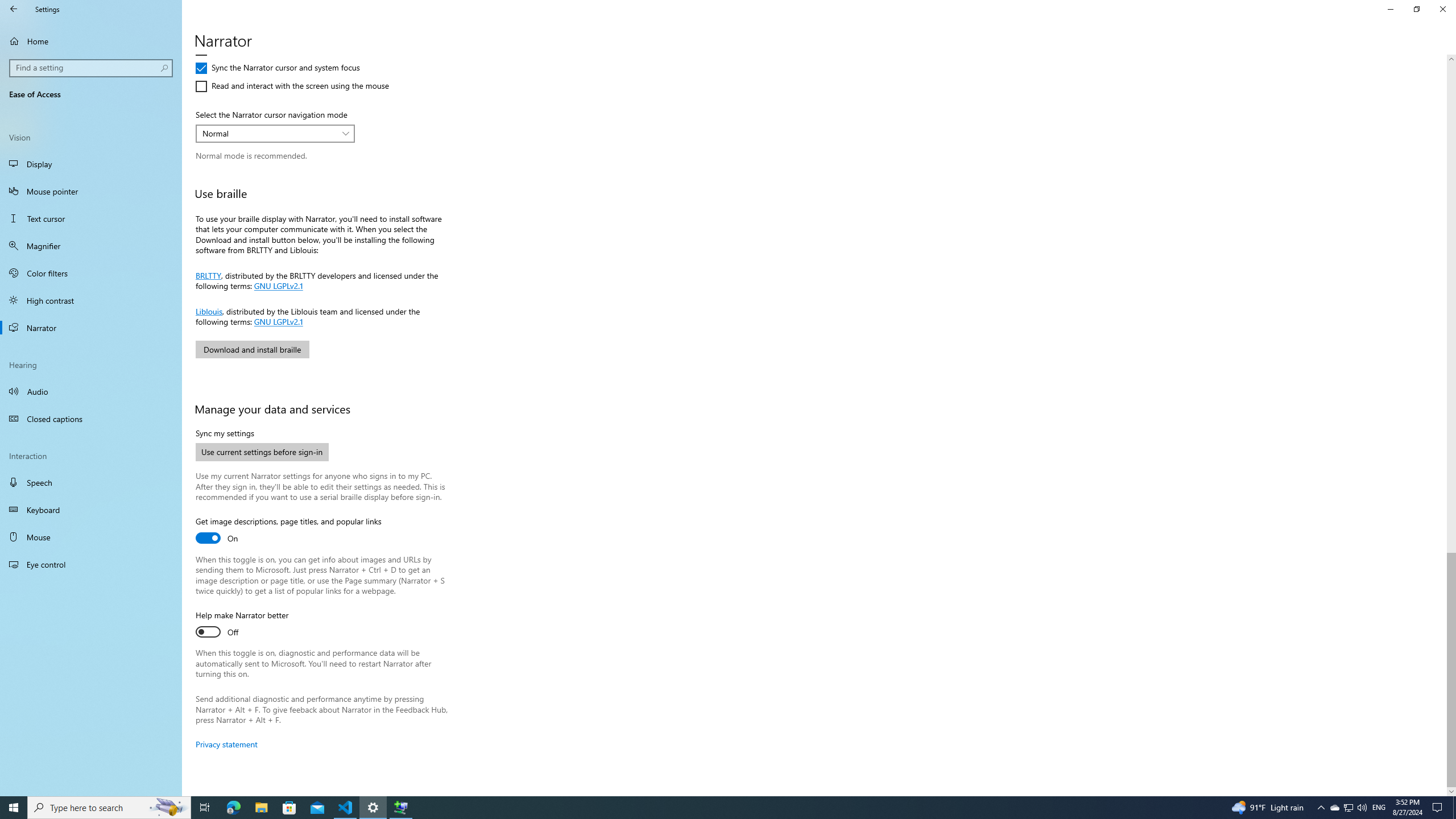 The width and height of the screenshot is (1456, 819). What do you see at coordinates (401, 806) in the screenshot?
I see `'Extensible Wizards Host Process - 1 running window'` at bounding box center [401, 806].